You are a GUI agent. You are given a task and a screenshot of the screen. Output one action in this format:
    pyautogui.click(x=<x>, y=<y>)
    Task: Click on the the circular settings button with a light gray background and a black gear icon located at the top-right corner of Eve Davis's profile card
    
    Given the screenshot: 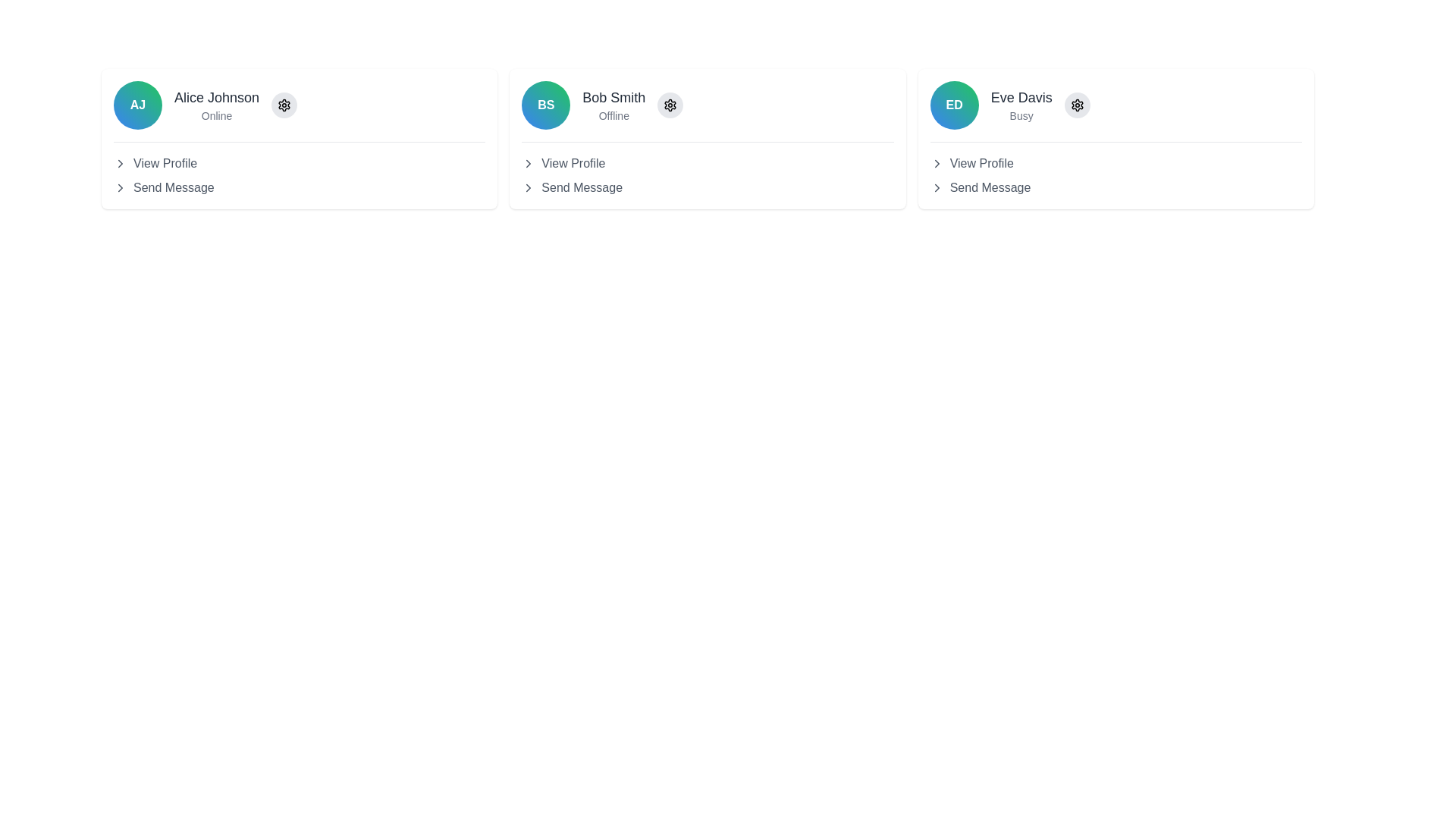 What is the action you would take?
    pyautogui.click(x=1076, y=104)
    